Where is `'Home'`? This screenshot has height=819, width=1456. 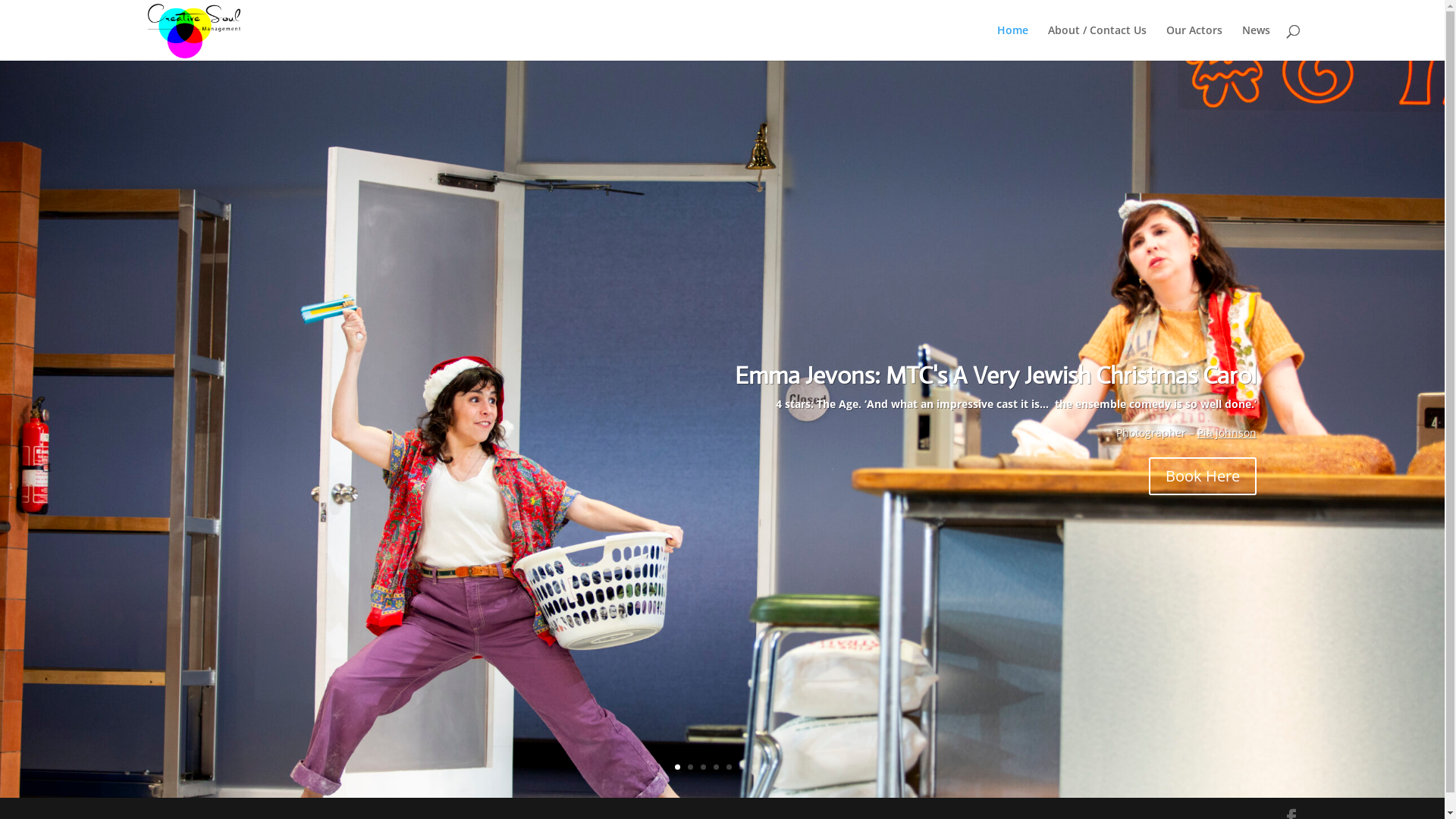
'Home' is located at coordinates (1012, 42).